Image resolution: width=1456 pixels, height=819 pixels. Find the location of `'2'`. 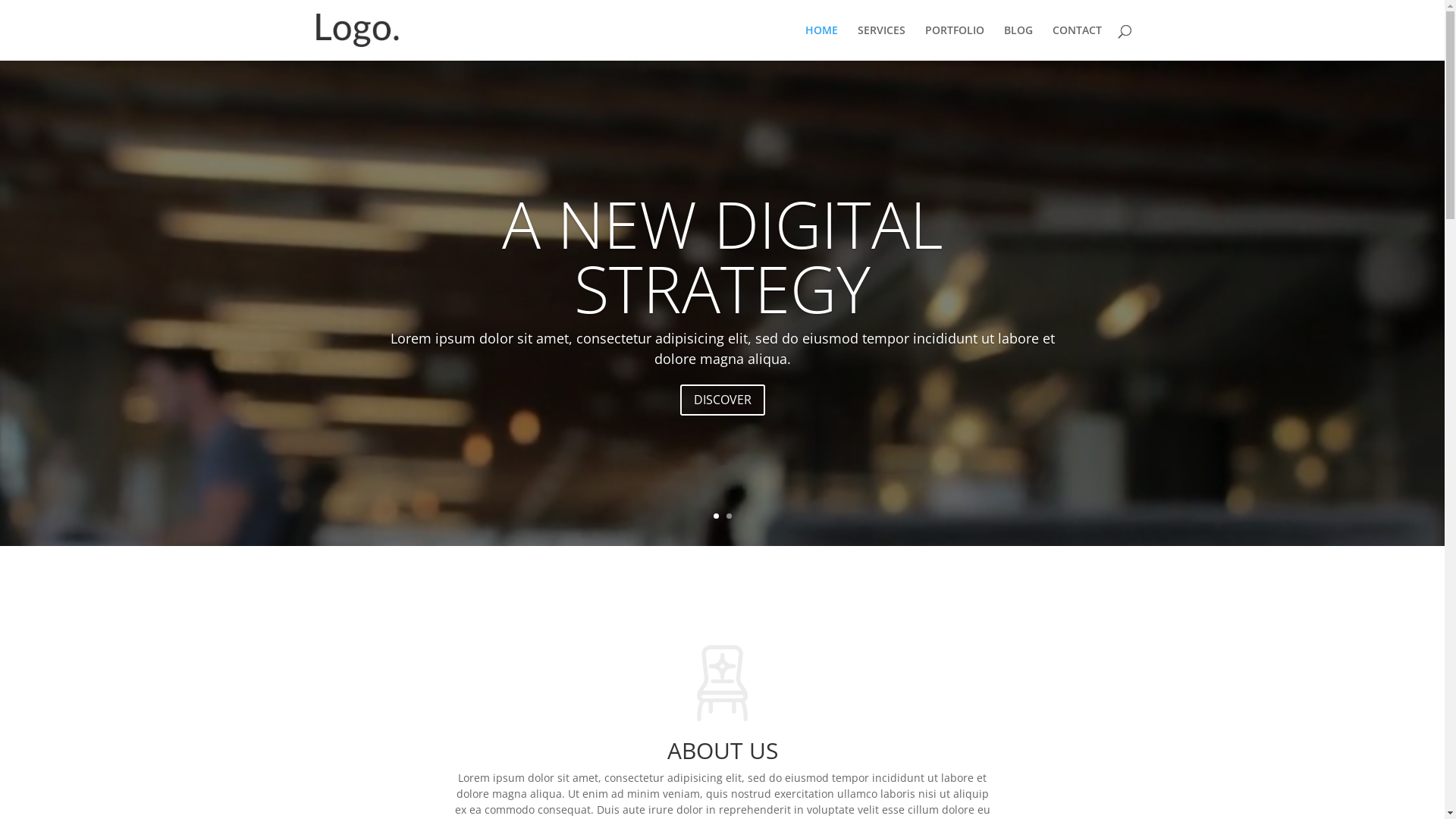

'2' is located at coordinates (729, 515).